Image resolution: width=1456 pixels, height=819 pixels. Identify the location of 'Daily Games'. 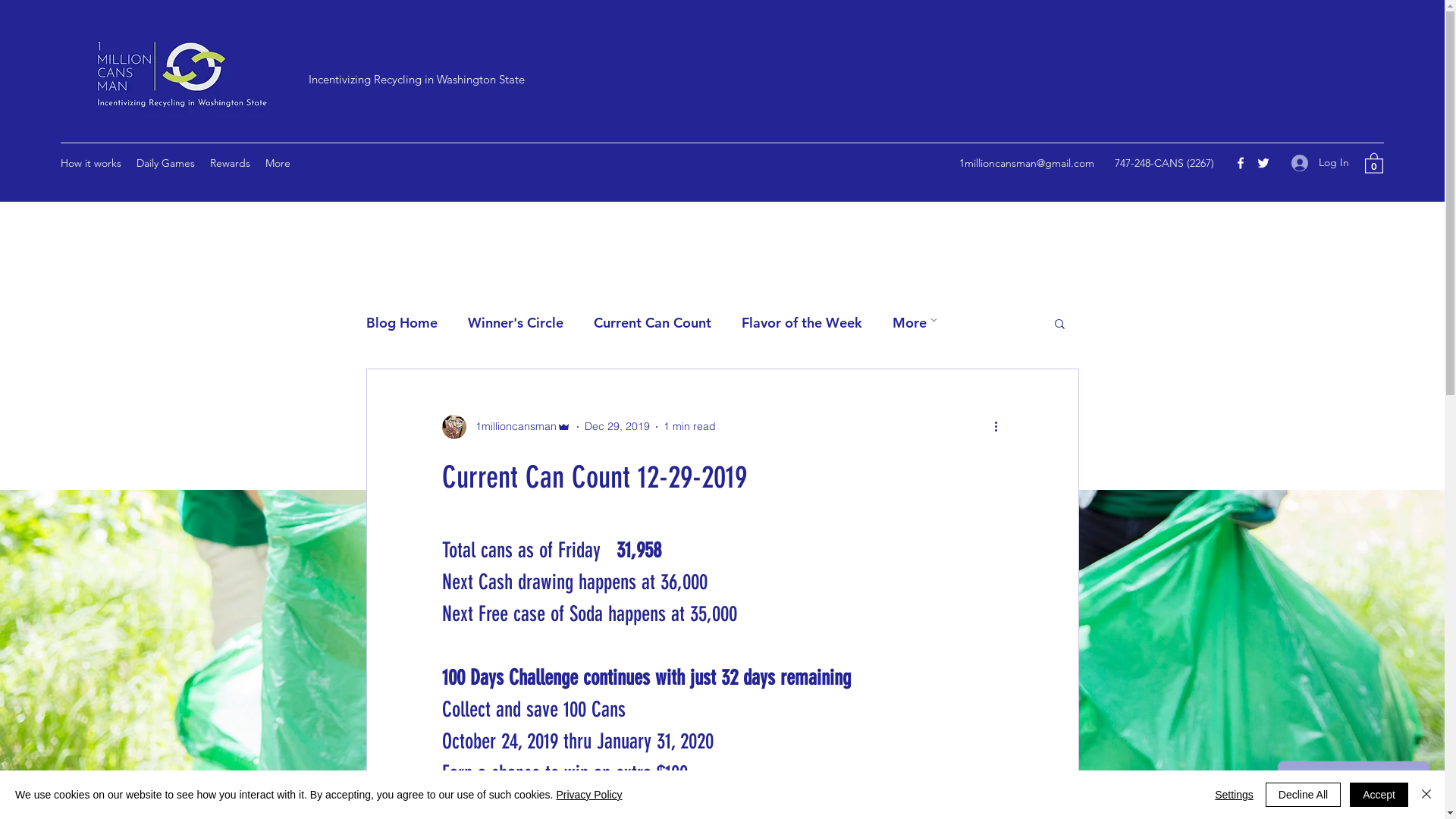
(165, 163).